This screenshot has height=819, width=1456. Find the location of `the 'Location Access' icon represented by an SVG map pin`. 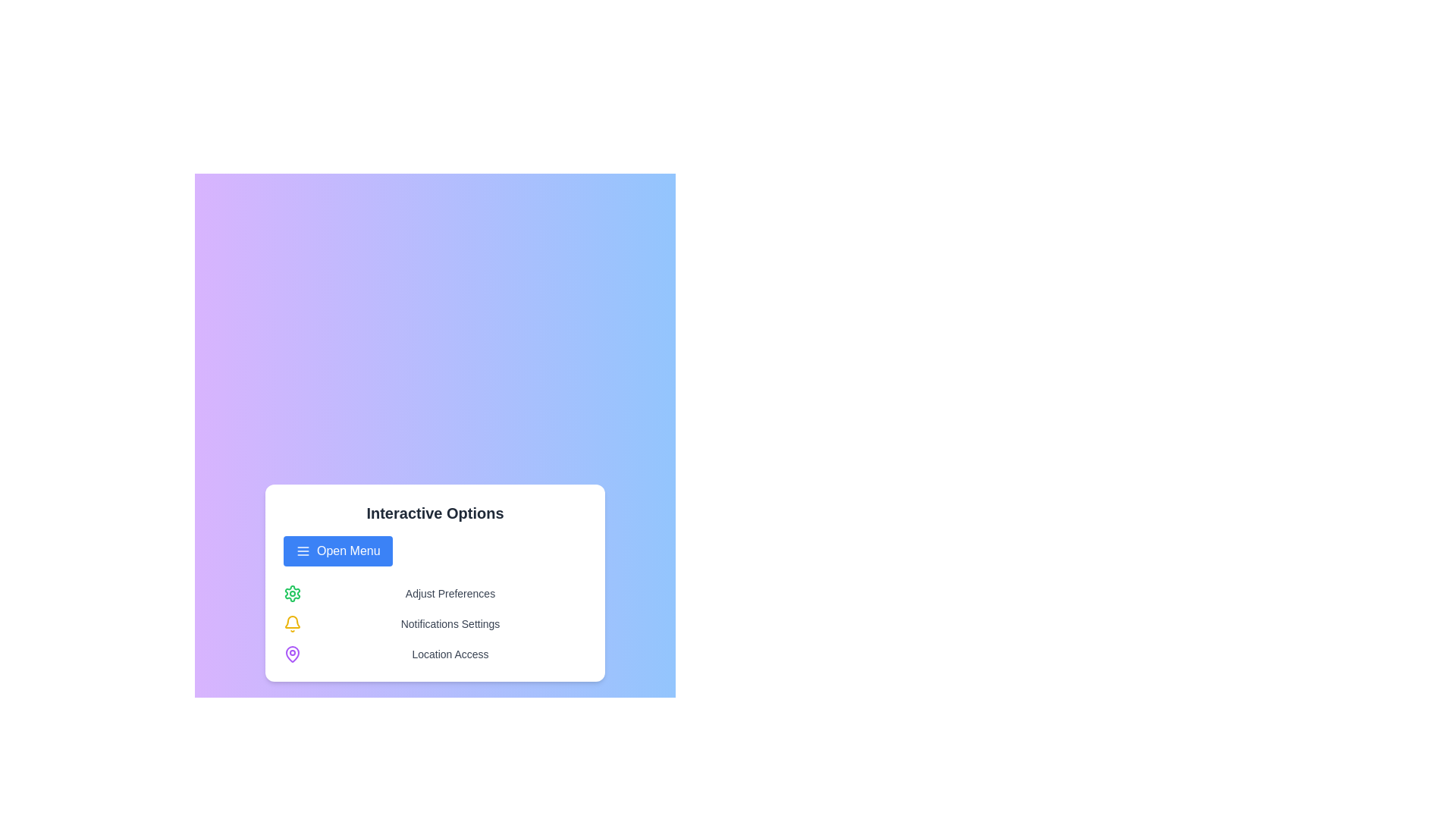

the 'Location Access' icon represented by an SVG map pin is located at coordinates (292, 652).